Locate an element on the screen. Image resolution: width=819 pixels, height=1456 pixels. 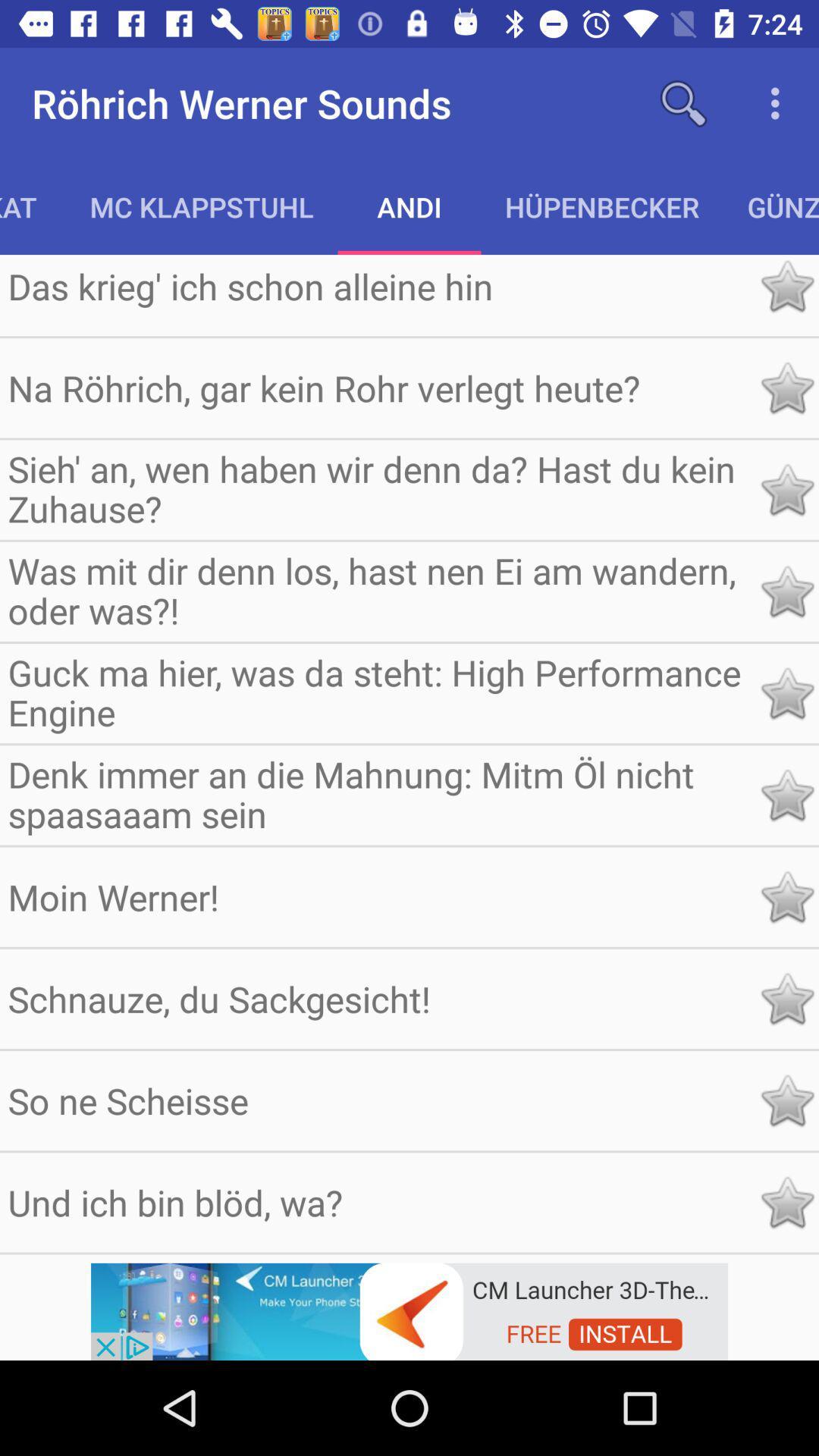
to favorites is located at coordinates (786, 591).